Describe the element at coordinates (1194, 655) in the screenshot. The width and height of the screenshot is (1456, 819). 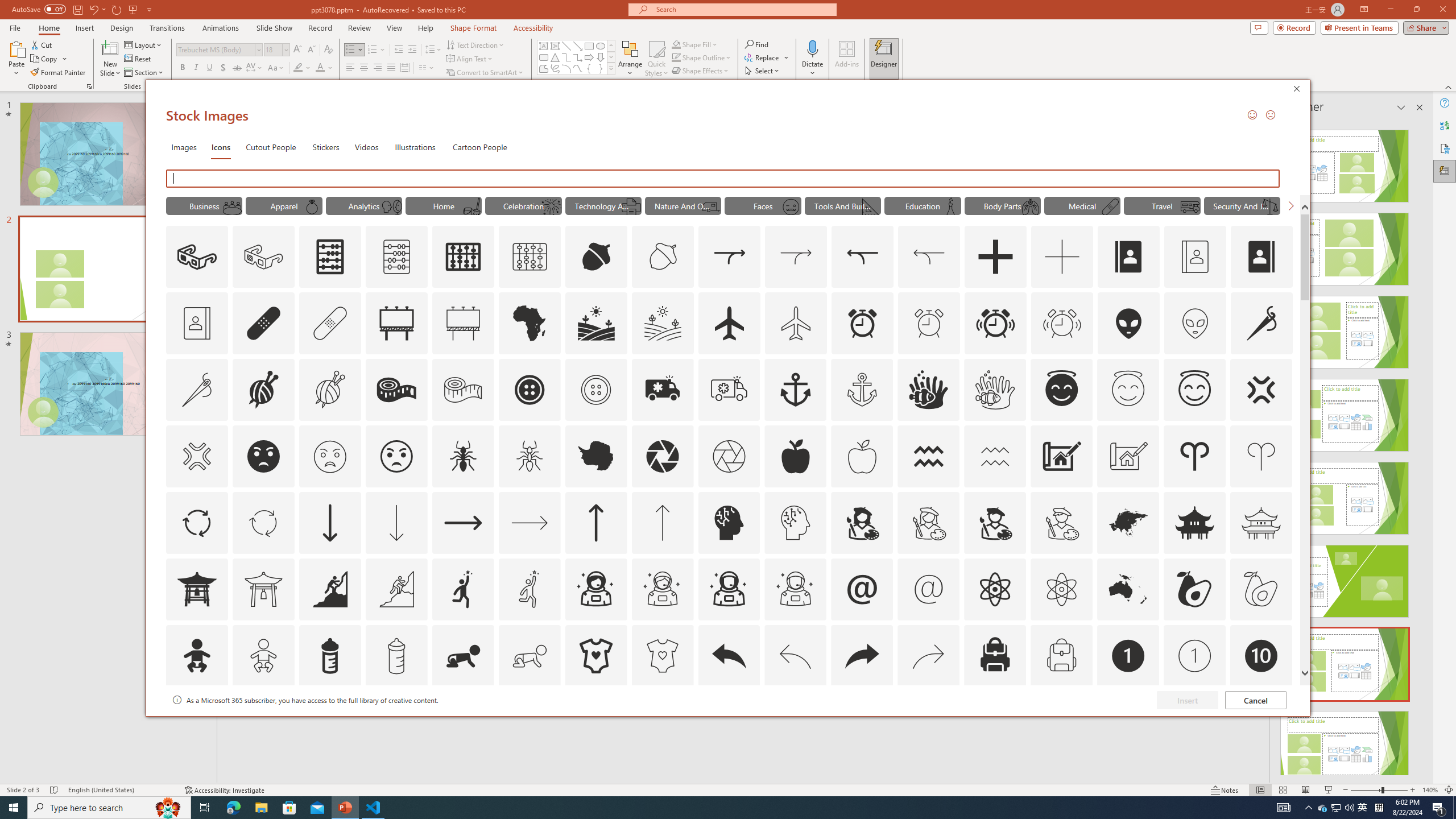
I see `'AutomationID: Icons_Badge1_M'` at that location.